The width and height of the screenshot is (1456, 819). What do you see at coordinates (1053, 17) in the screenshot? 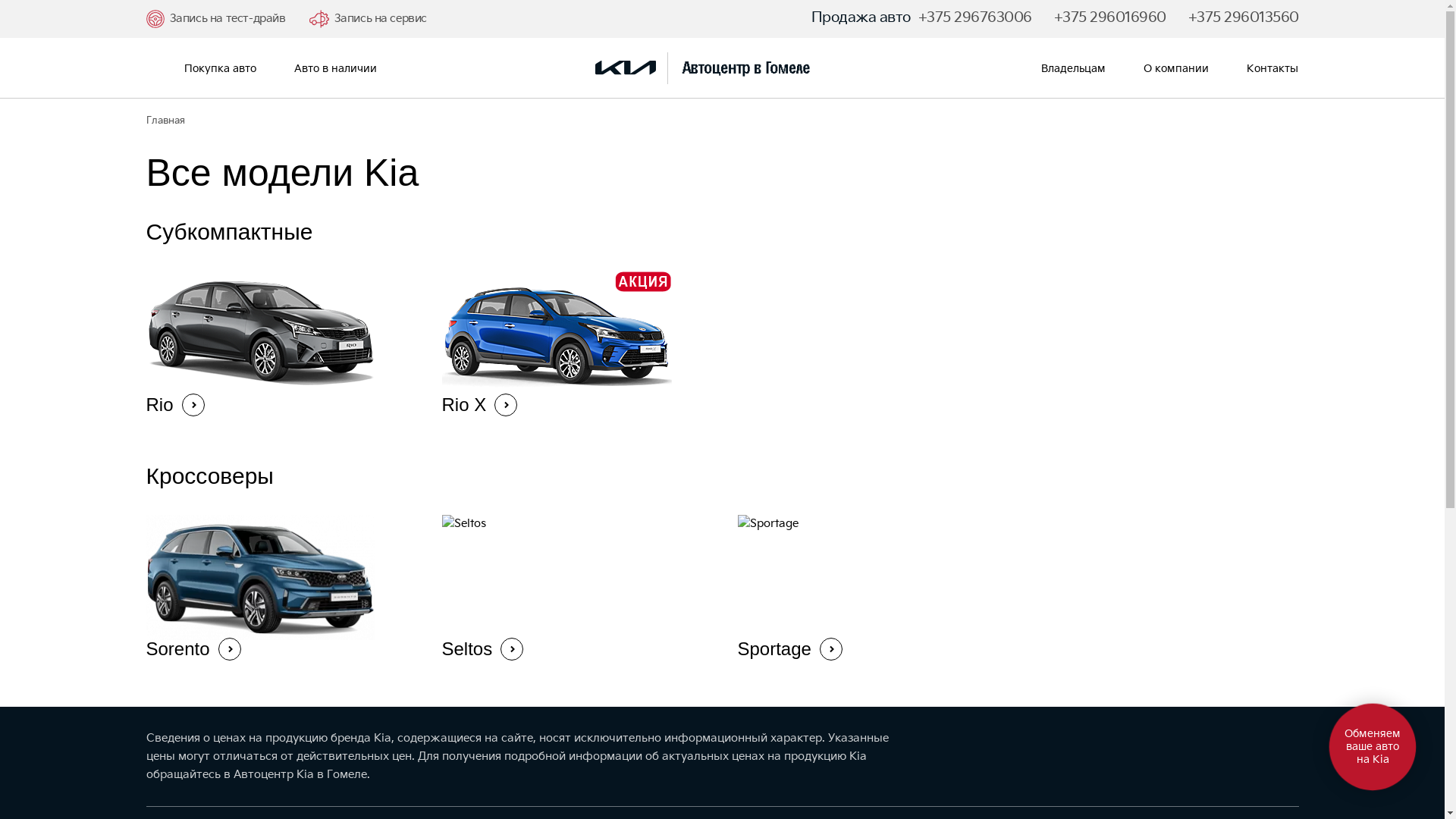
I see `'+375 296016960'` at bounding box center [1053, 17].